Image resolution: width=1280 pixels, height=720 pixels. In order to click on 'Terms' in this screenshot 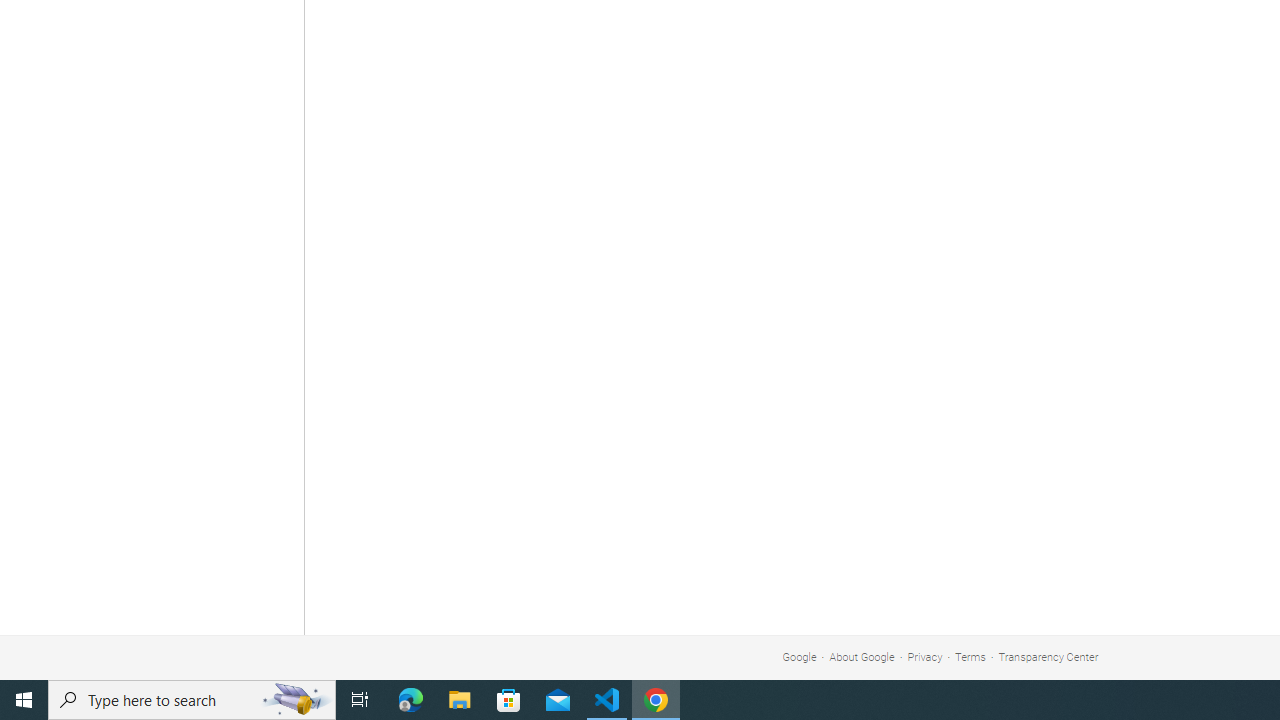, I will do `click(970, 657)`.